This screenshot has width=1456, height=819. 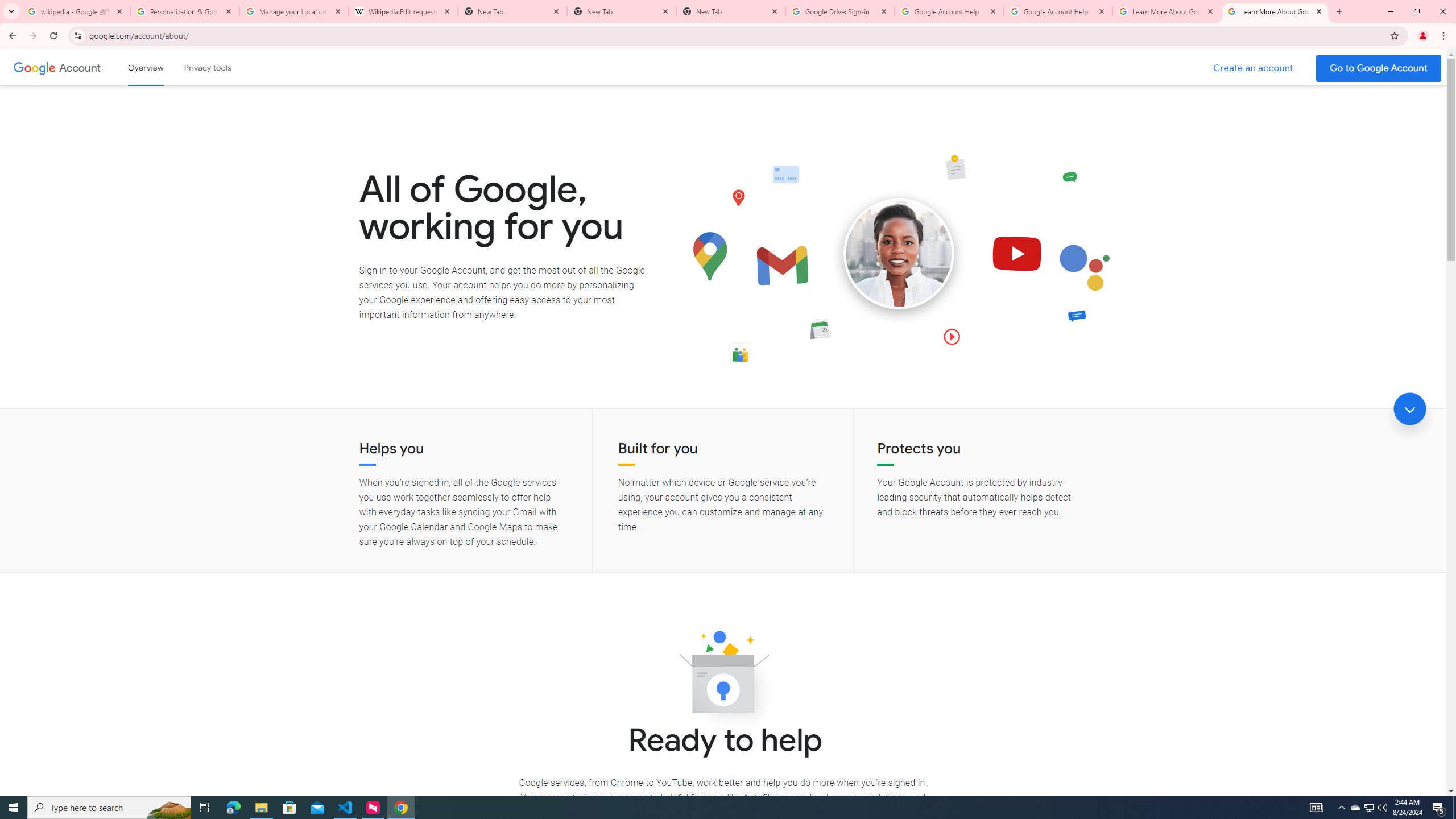 I want to click on 'Jump link', so click(x=1409, y=409).